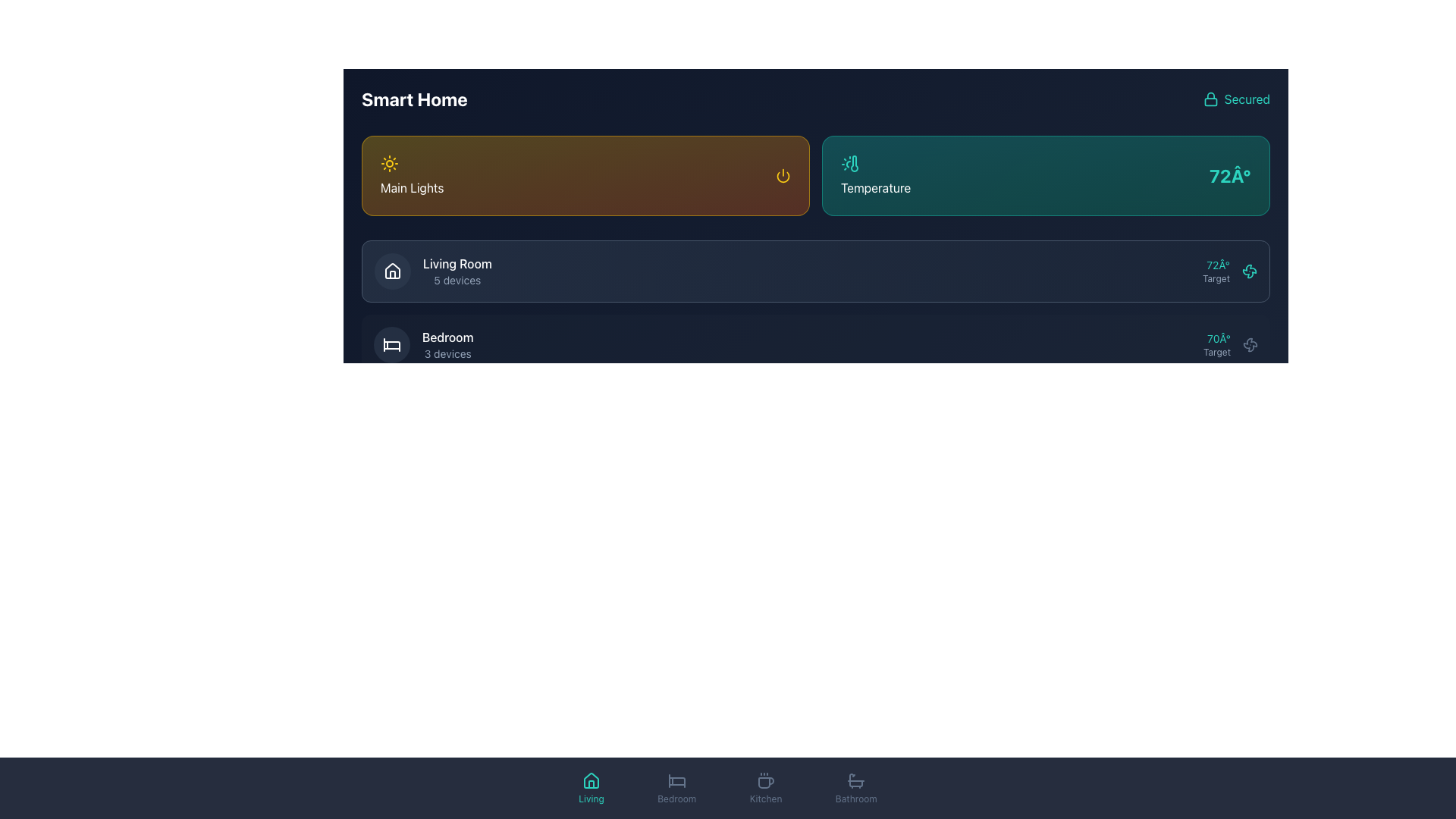 The width and height of the screenshot is (1456, 819). I want to click on the temperature target, so click(1162, 345).